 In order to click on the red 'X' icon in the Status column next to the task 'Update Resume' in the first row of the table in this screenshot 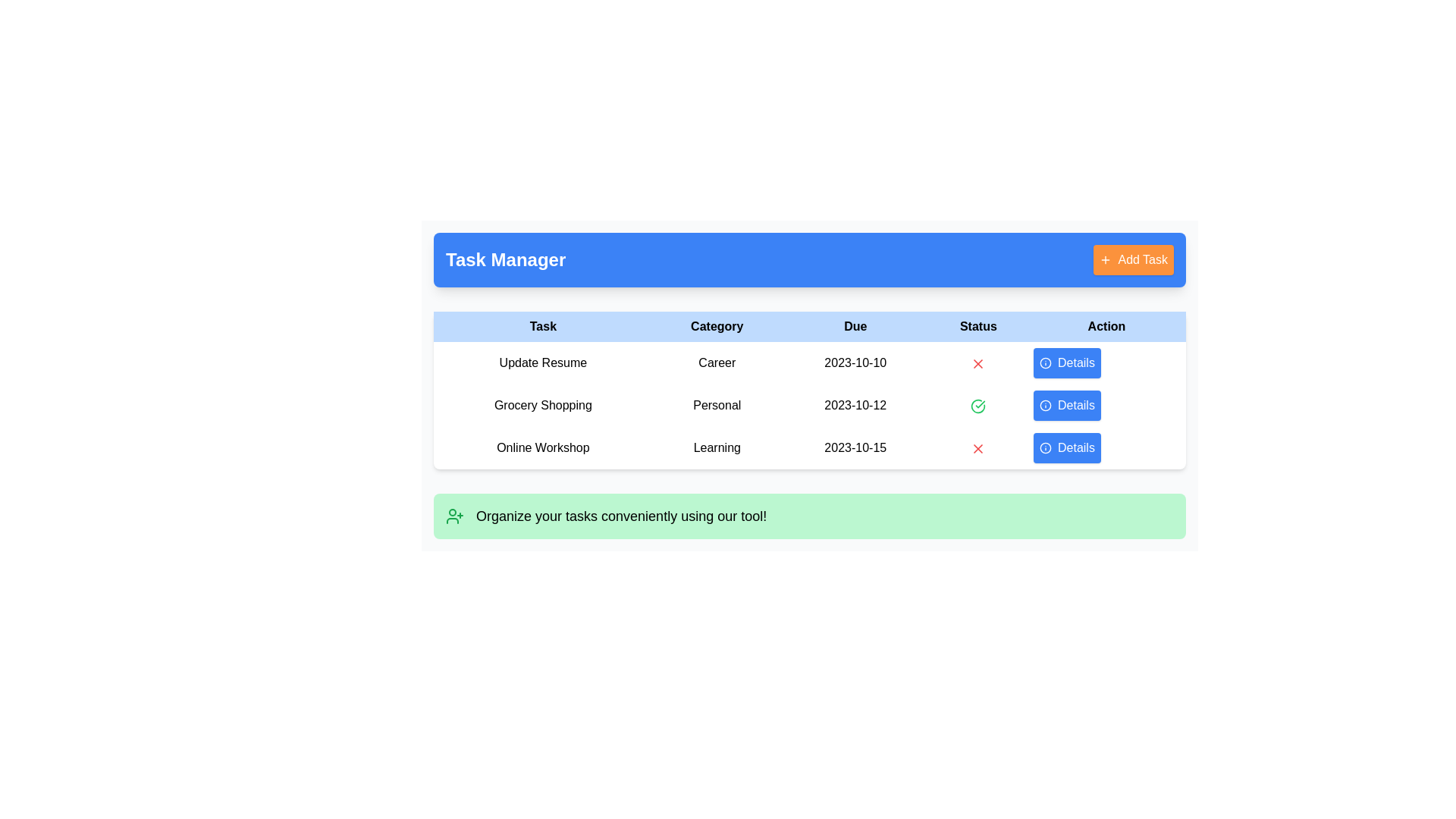, I will do `click(978, 363)`.